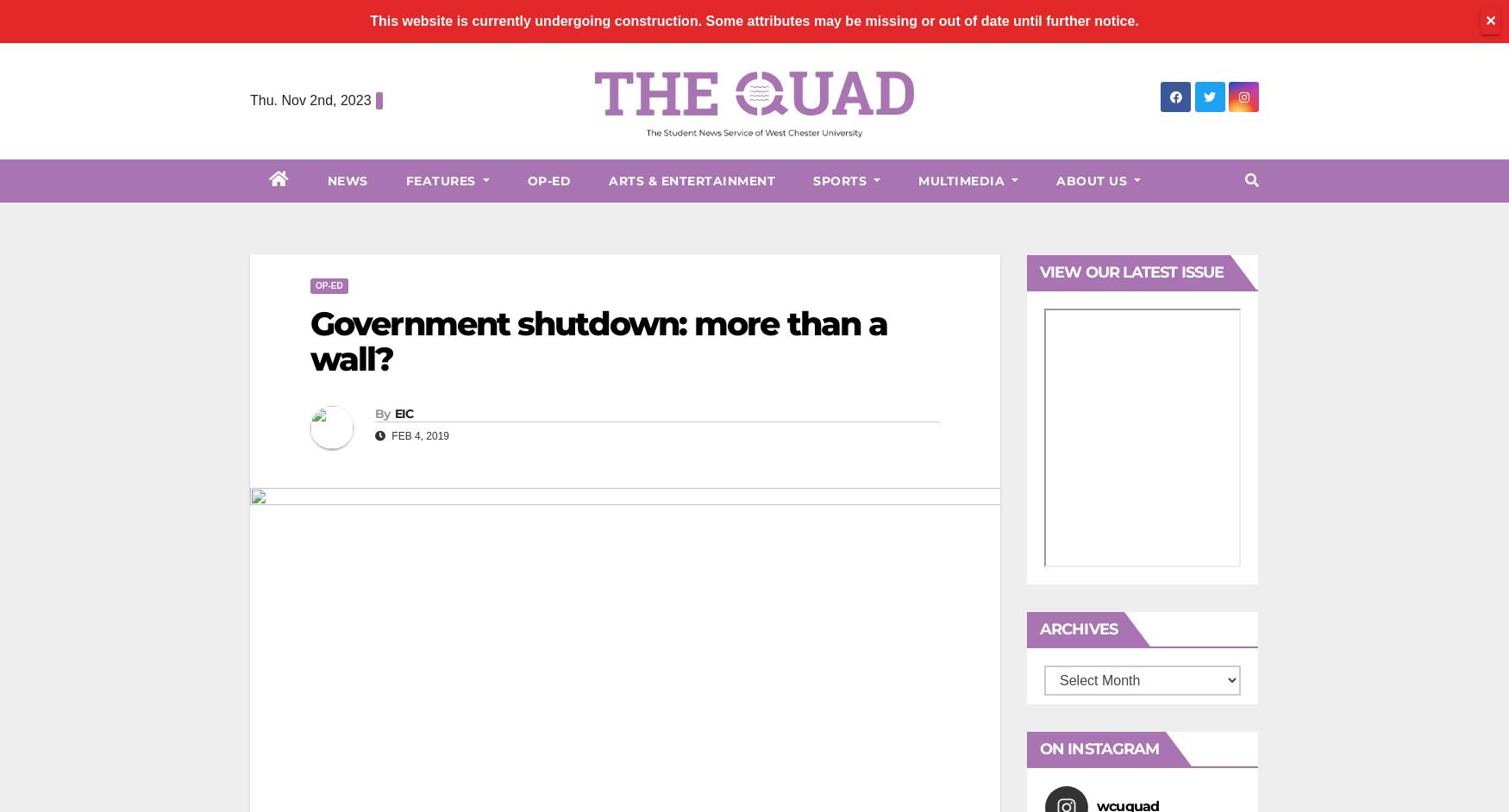  Describe the element at coordinates (328, 284) in the screenshot. I see `'Op-ed'` at that location.